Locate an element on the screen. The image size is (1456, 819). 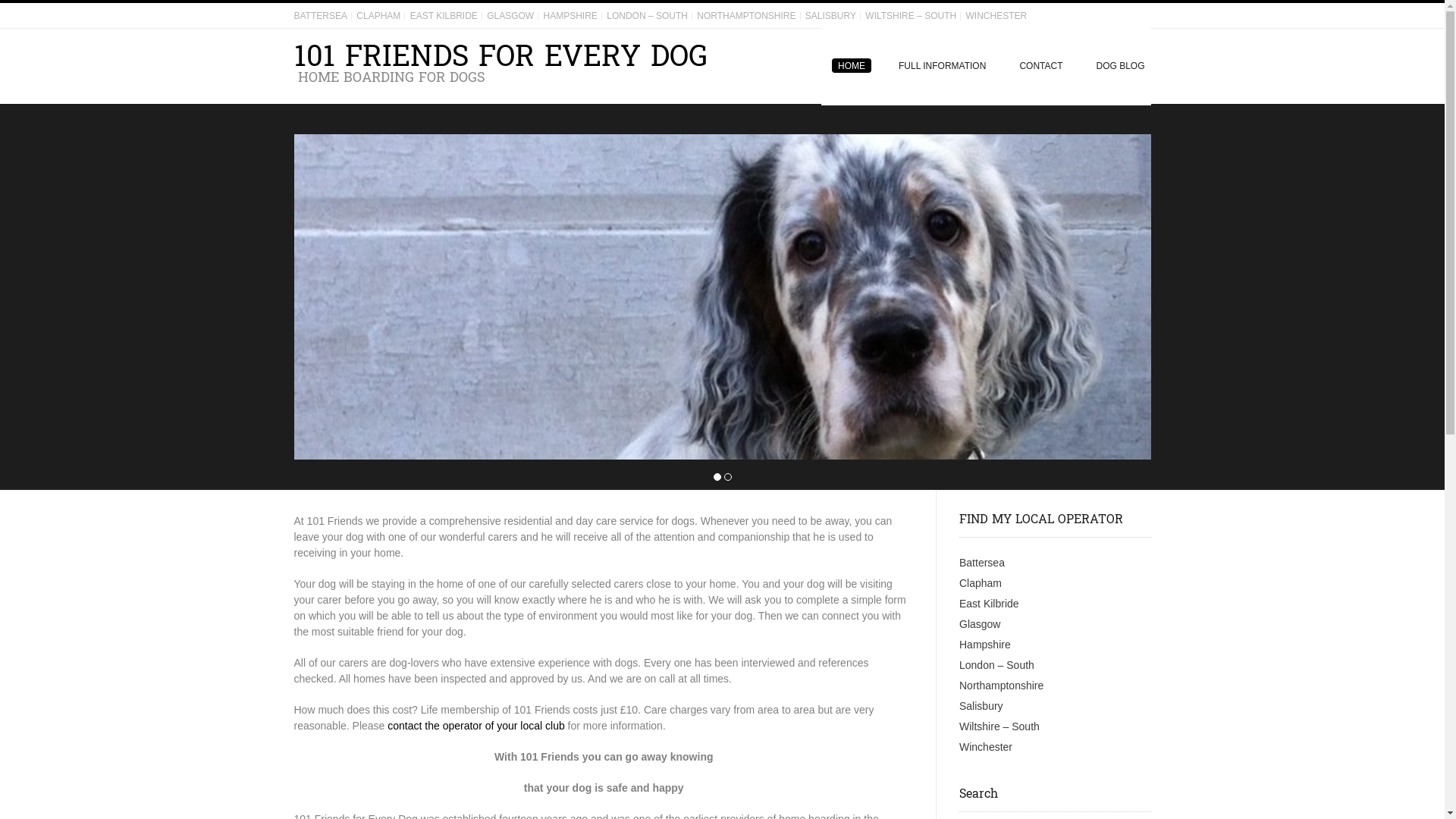
'Glasgow' is located at coordinates (959, 623).